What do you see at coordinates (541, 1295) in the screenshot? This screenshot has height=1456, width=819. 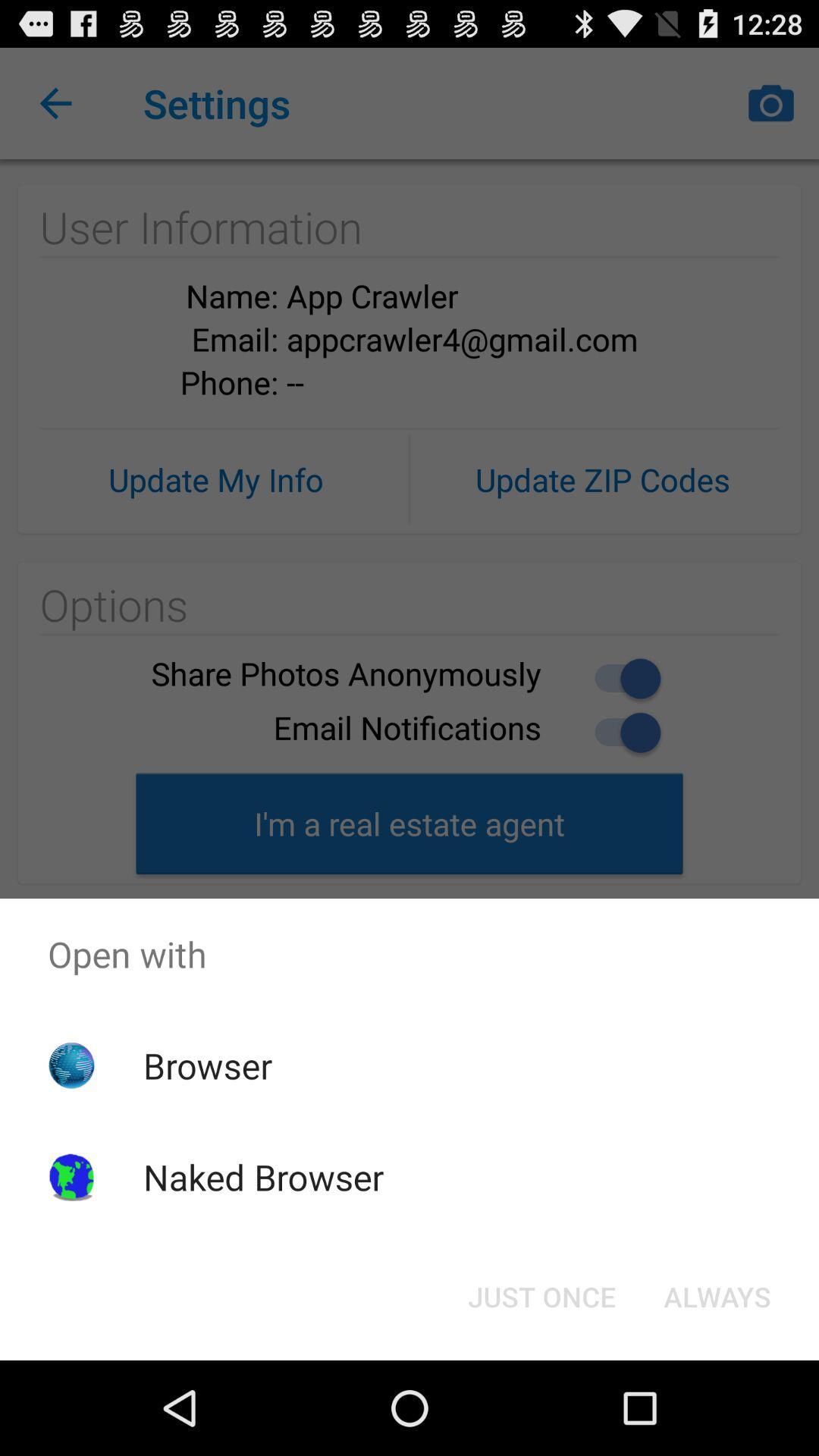 I see `item below open with item` at bounding box center [541, 1295].